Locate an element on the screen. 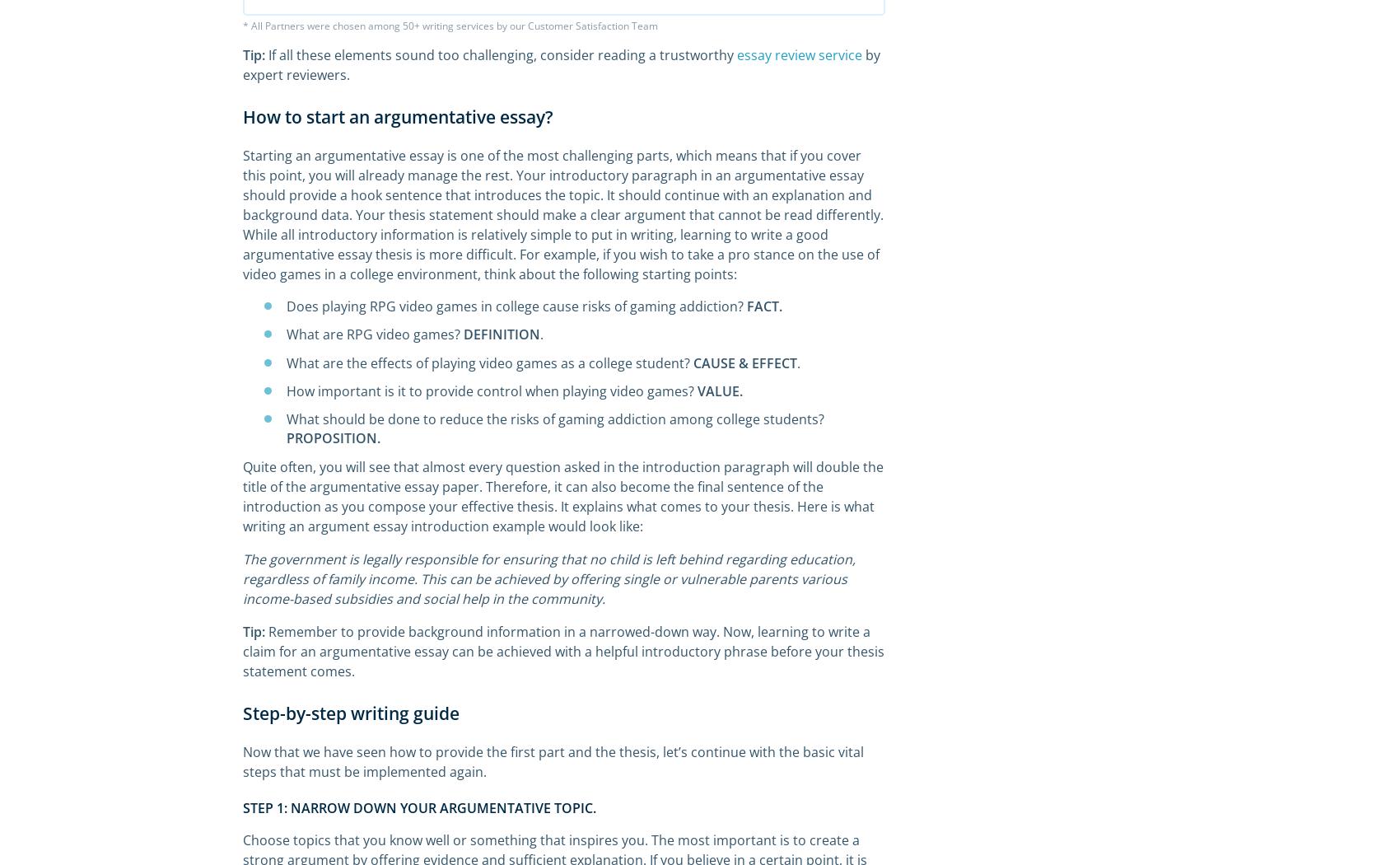  'PROPOSITION.' is located at coordinates (334, 437).